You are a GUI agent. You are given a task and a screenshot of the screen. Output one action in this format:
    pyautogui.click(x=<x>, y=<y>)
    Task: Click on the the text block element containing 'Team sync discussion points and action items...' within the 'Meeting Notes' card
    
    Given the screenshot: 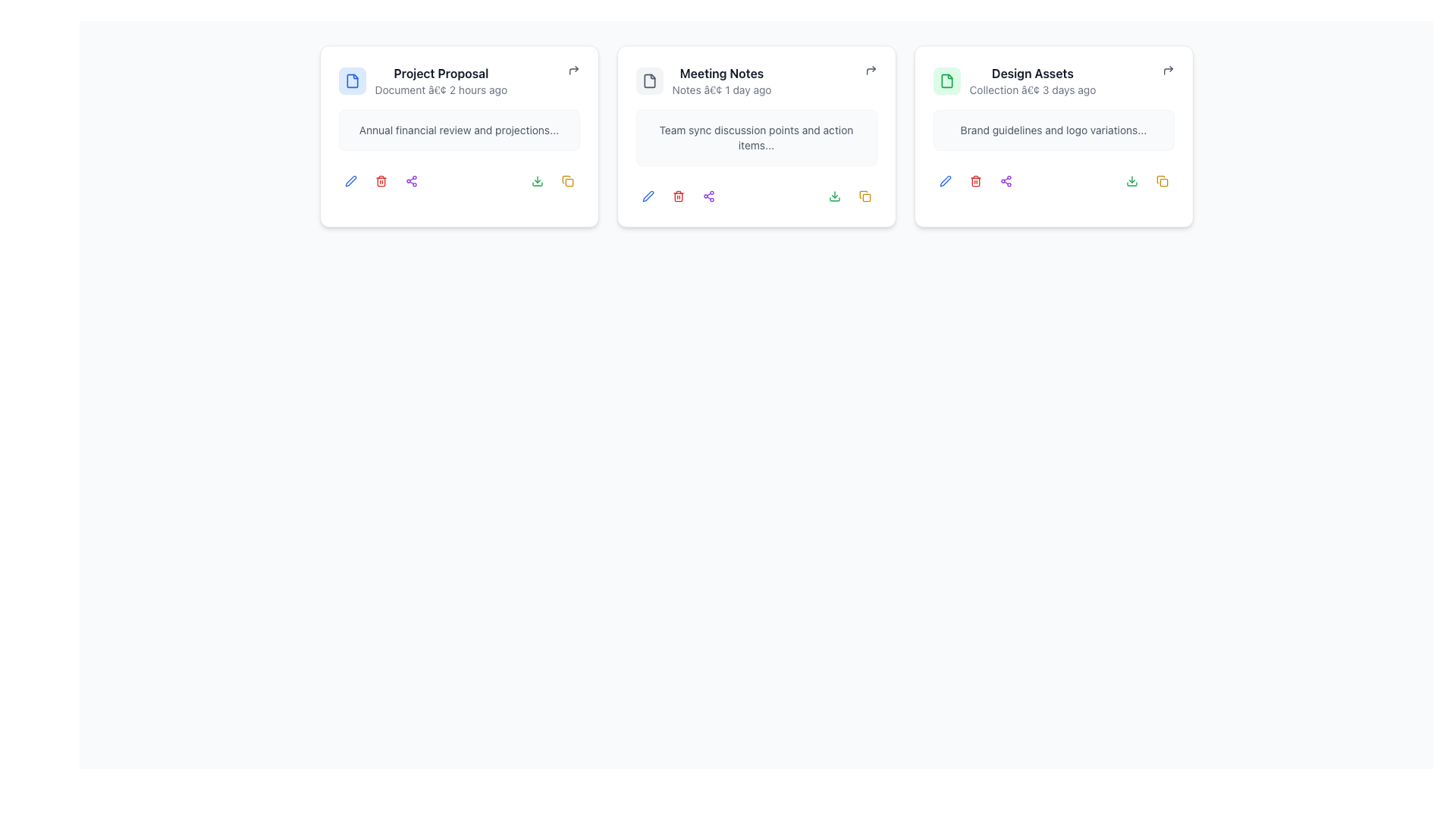 What is the action you would take?
    pyautogui.click(x=756, y=137)
    